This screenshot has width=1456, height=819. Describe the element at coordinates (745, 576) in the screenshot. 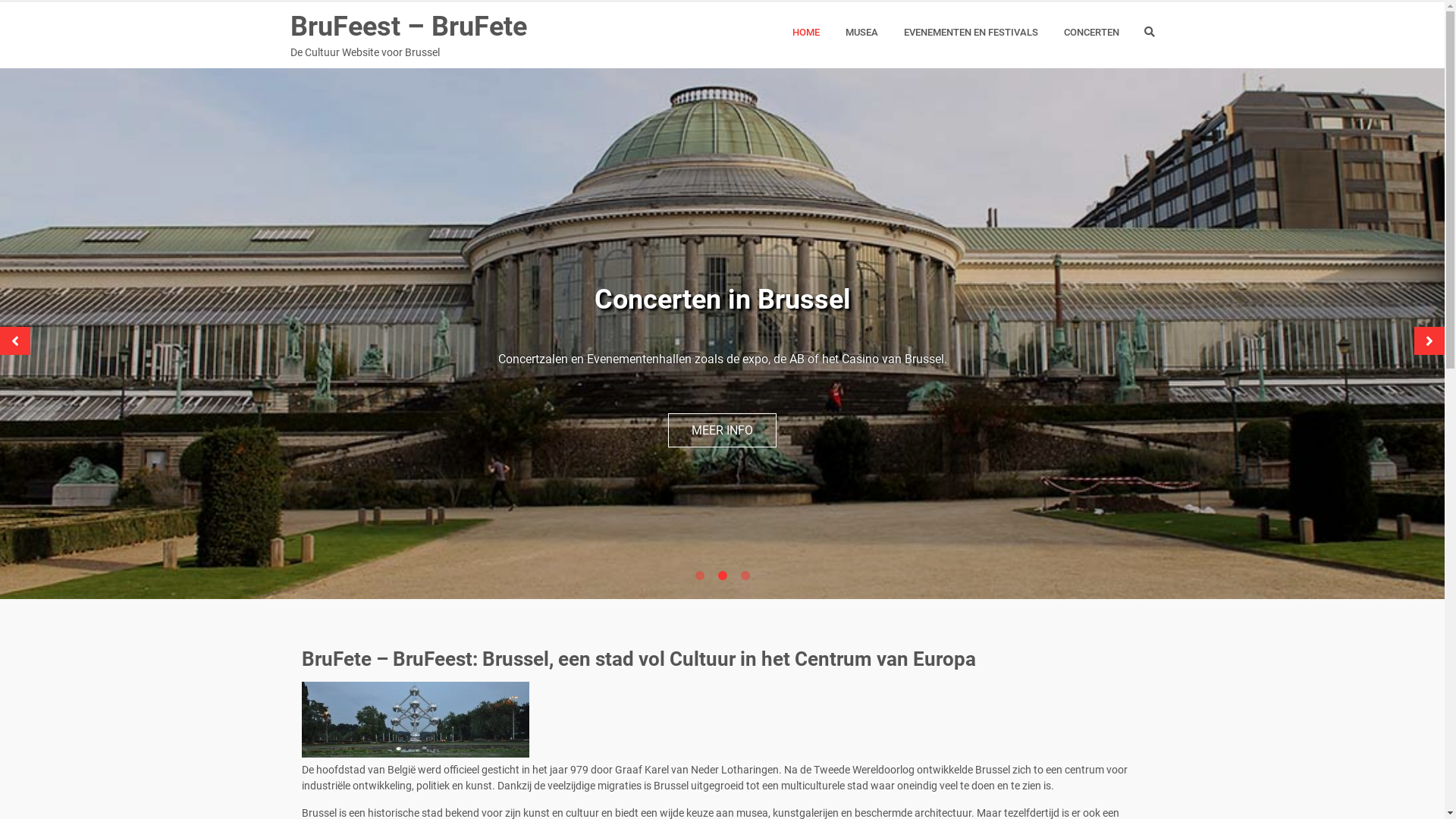

I see `'3'` at that location.